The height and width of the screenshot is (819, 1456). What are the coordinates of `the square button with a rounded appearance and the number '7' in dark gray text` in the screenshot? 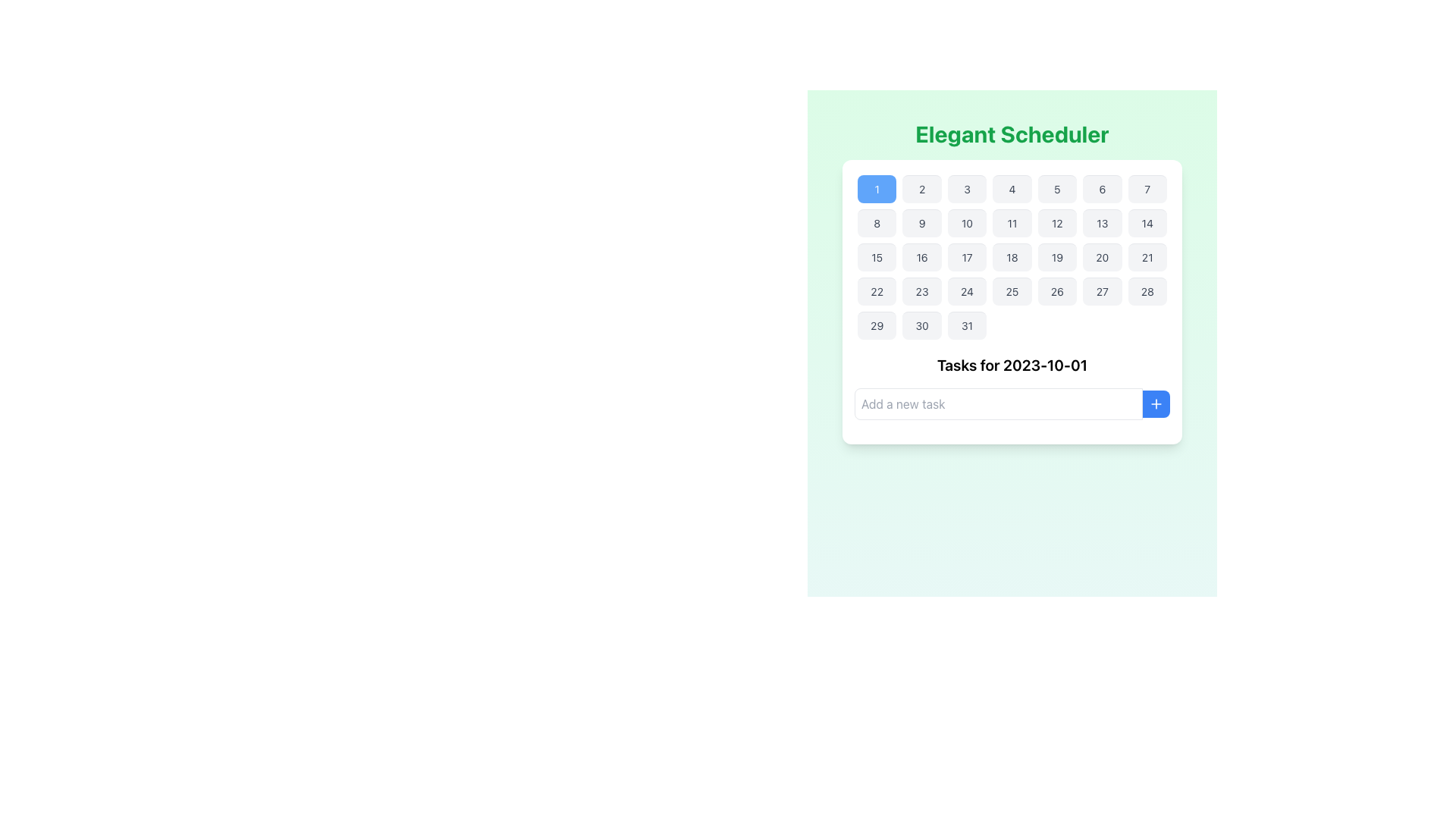 It's located at (1147, 188).